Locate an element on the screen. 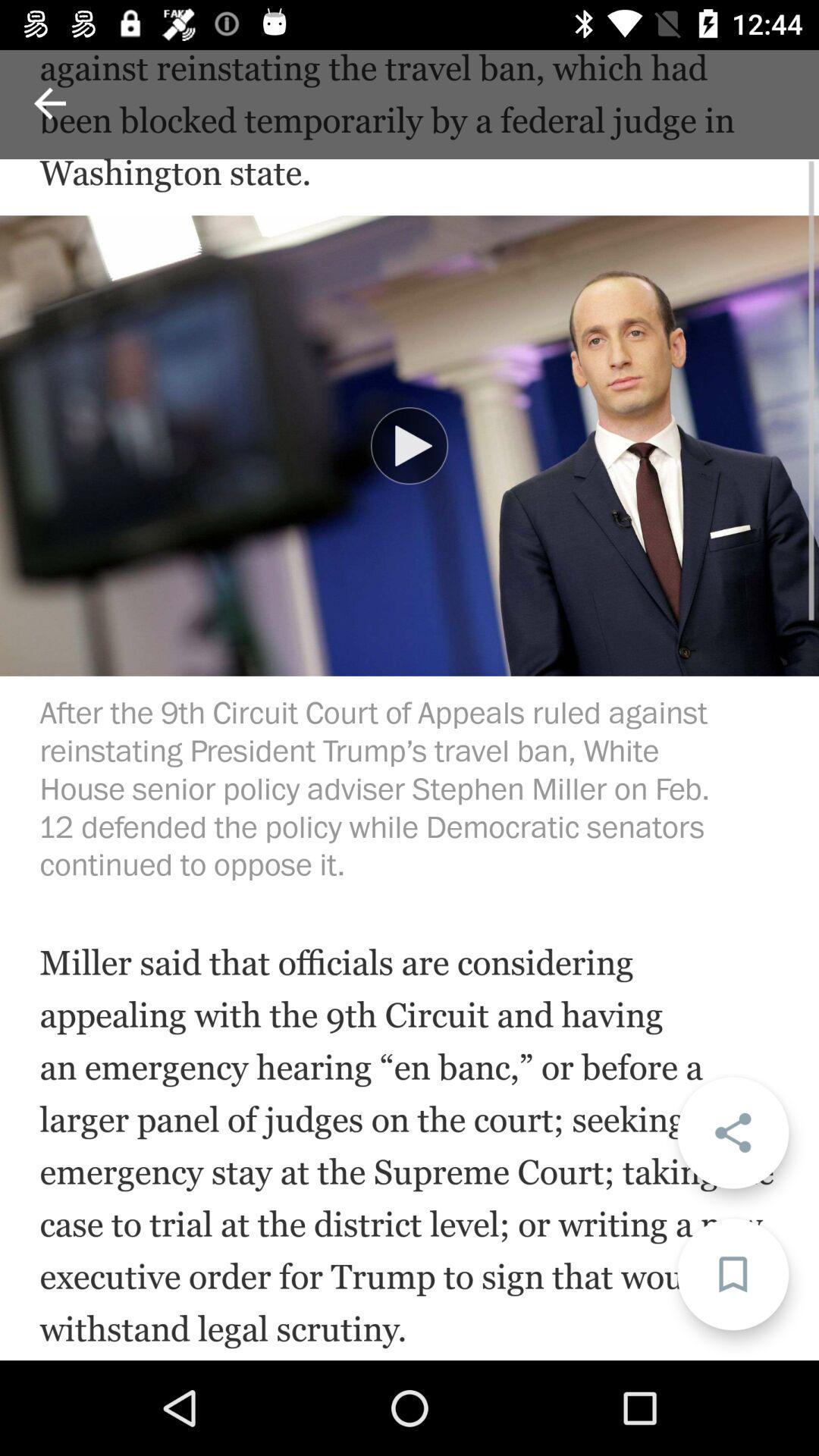 This screenshot has width=819, height=1456. item at the top left corner is located at coordinates (49, 102).